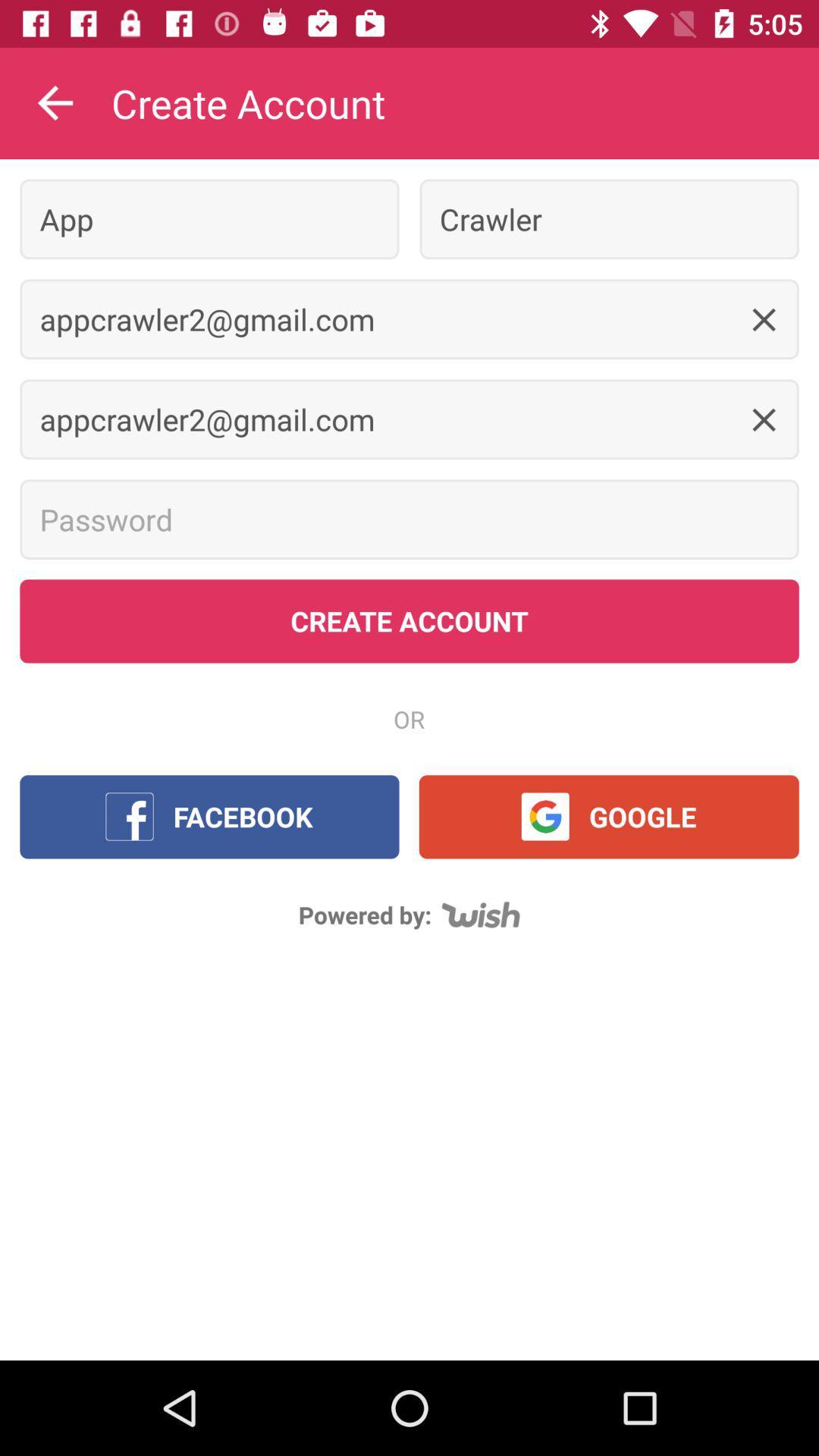  Describe the element at coordinates (409, 519) in the screenshot. I see `your password` at that location.